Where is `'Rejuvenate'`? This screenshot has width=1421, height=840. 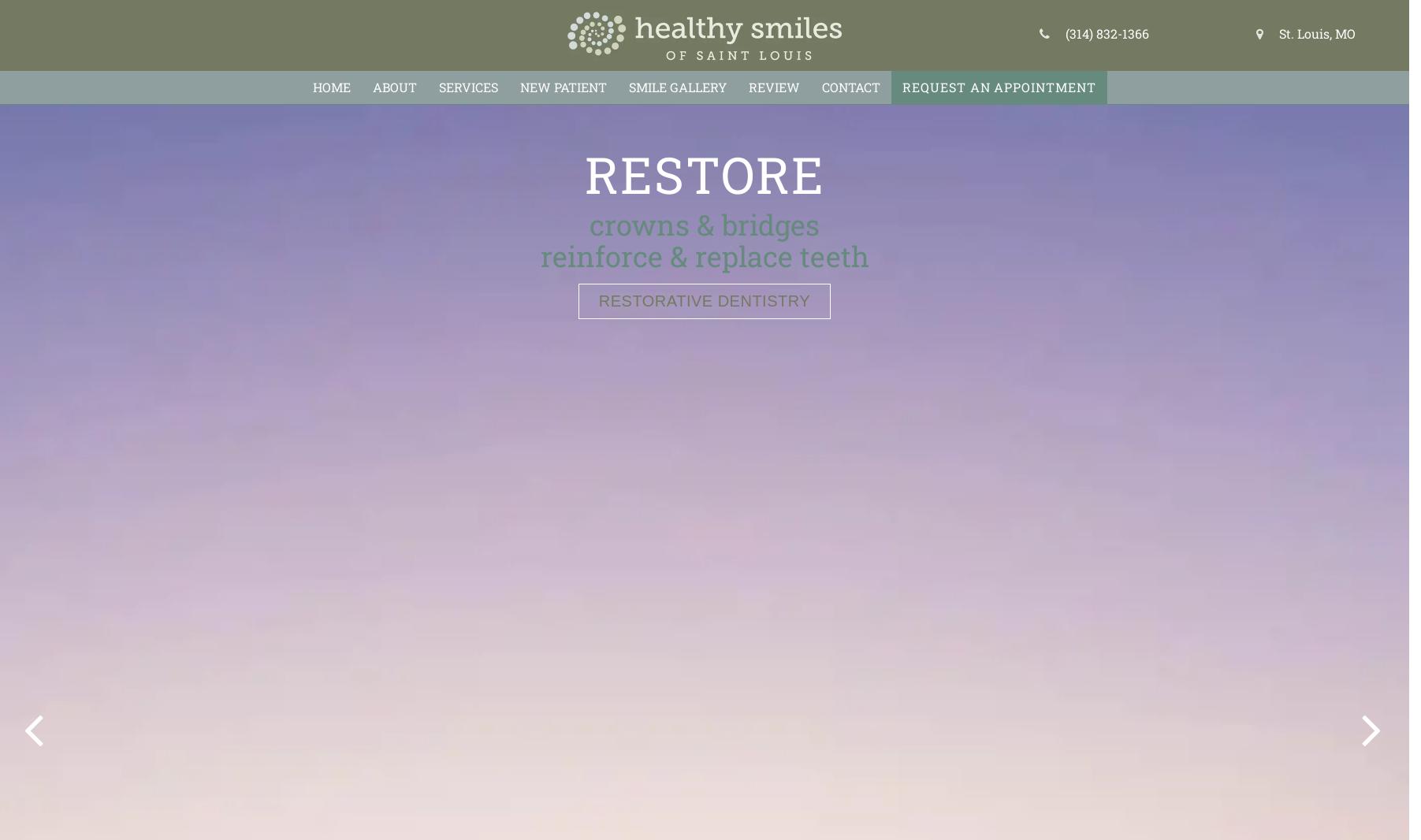
'Rejuvenate' is located at coordinates (703, 173).